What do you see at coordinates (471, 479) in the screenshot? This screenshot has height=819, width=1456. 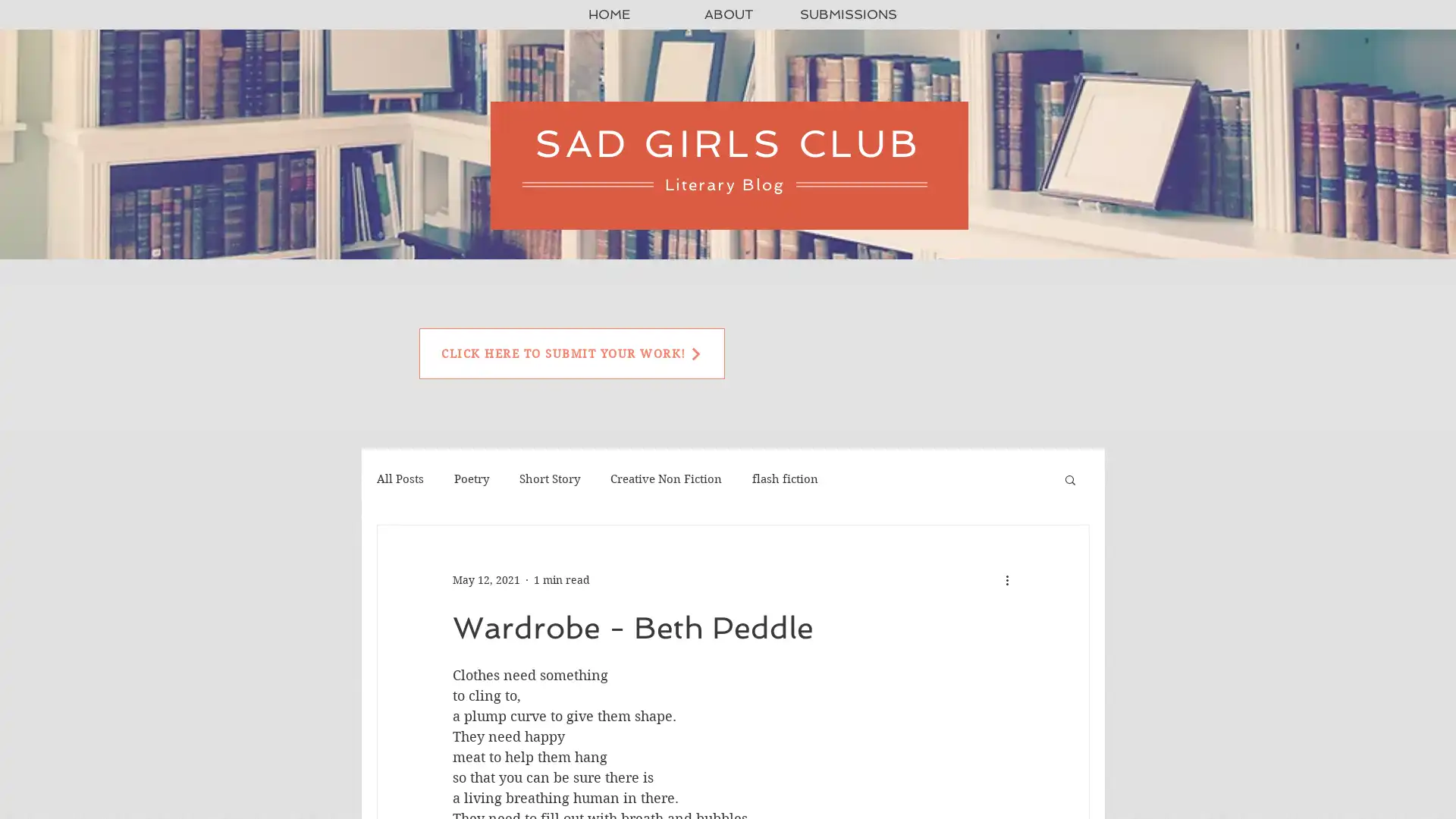 I see `Poetry` at bounding box center [471, 479].